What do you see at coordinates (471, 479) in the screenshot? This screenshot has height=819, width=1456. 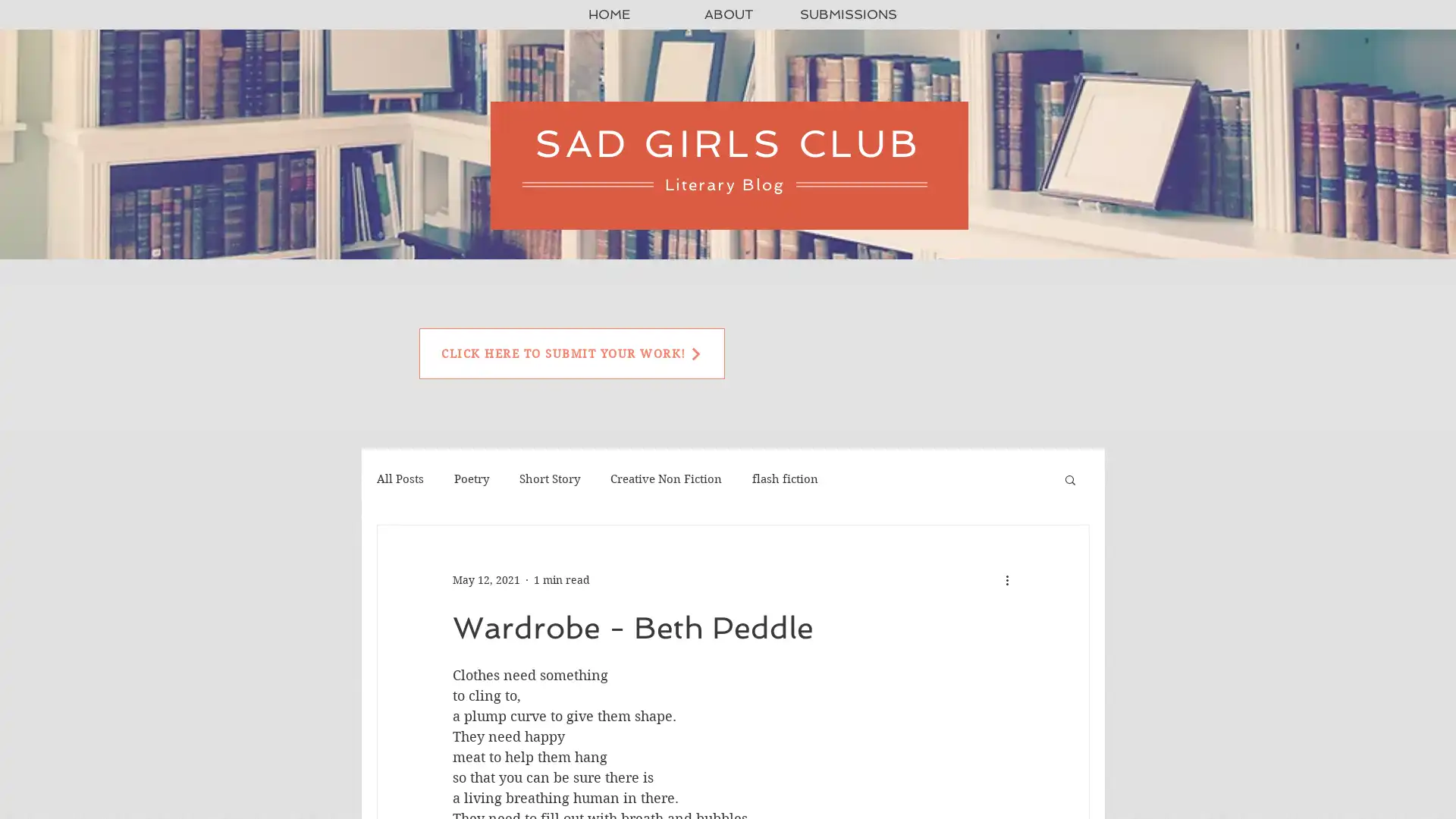 I see `Poetry` at bounding box center [471, 479].